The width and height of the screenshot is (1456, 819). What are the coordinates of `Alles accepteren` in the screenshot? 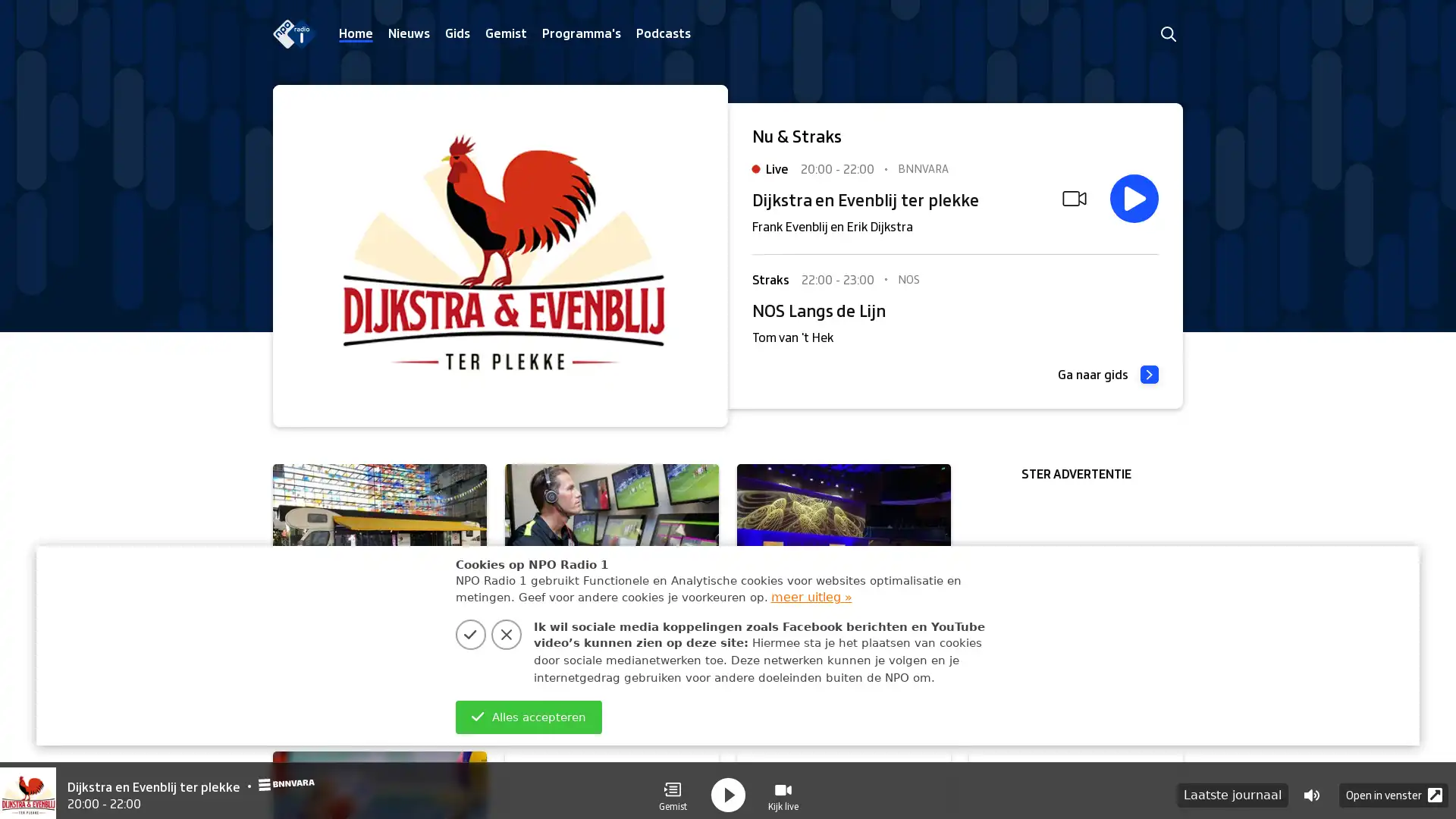 It's located at (528, 717).